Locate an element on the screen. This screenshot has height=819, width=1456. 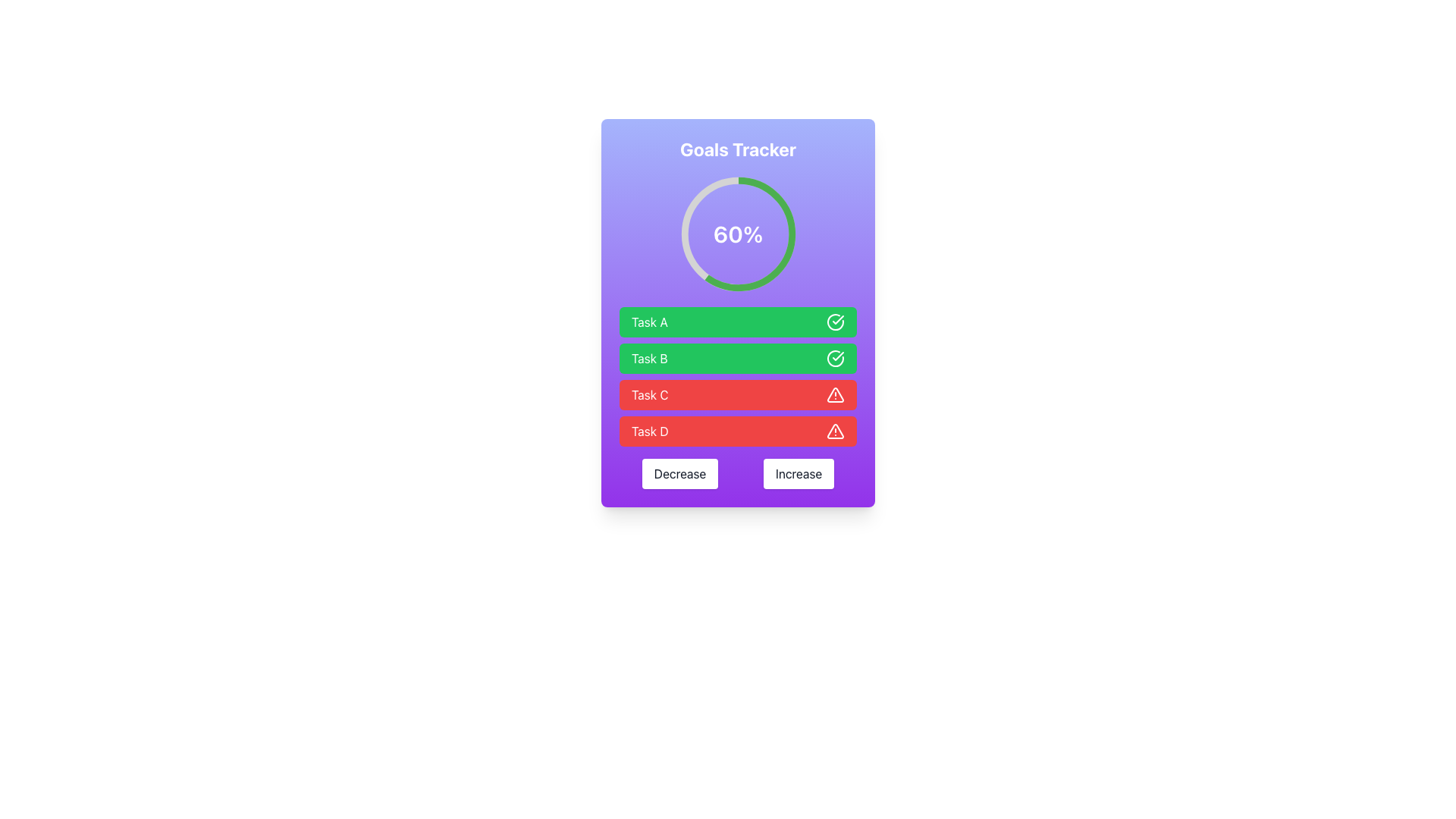
the triangular warning icon with an exclamation mark, located on the far right side of the 'Task C' row is located at coordinates (835, 394).